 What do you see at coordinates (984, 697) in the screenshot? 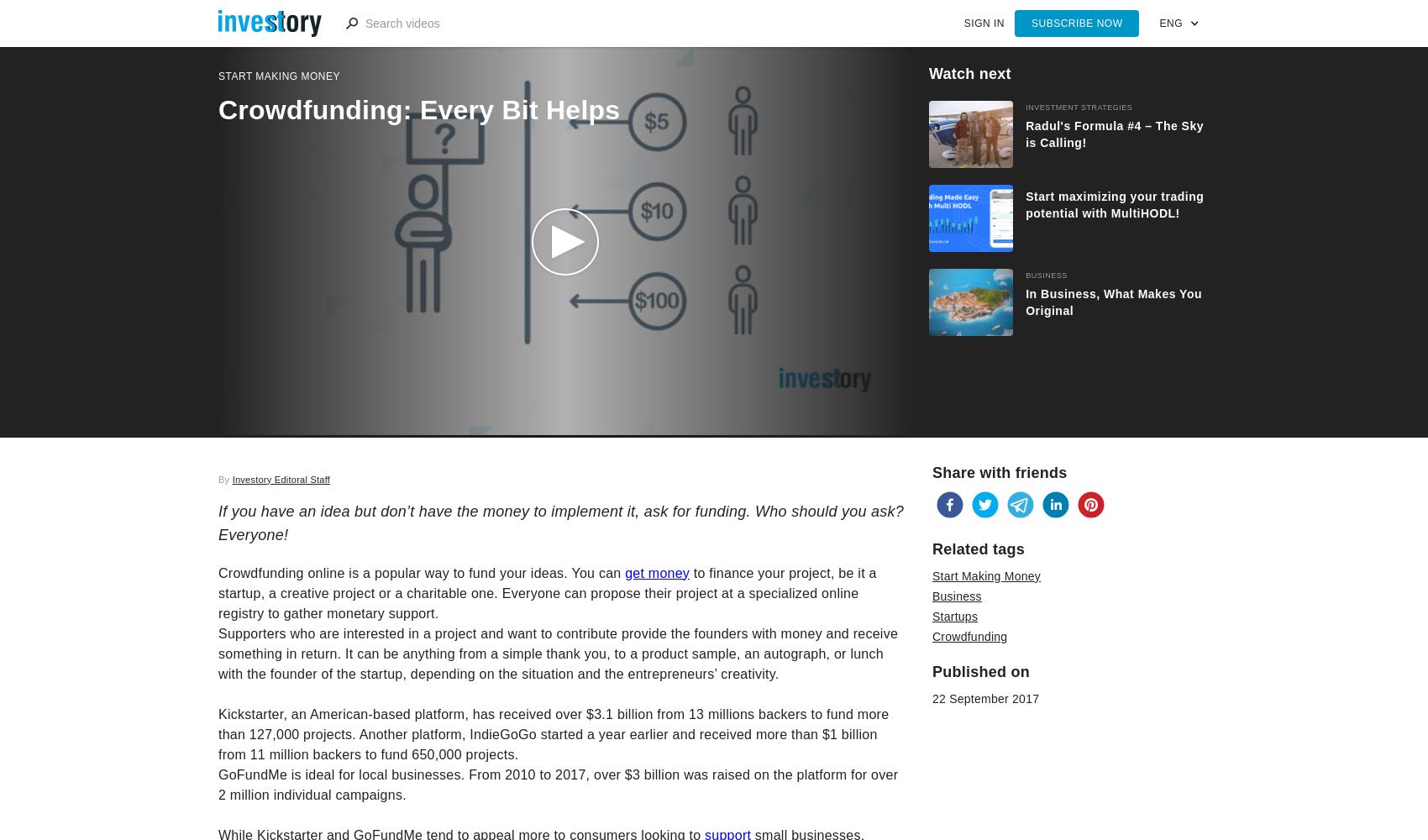
I see `'22 September 2017'` at bounding box center [984, 697].